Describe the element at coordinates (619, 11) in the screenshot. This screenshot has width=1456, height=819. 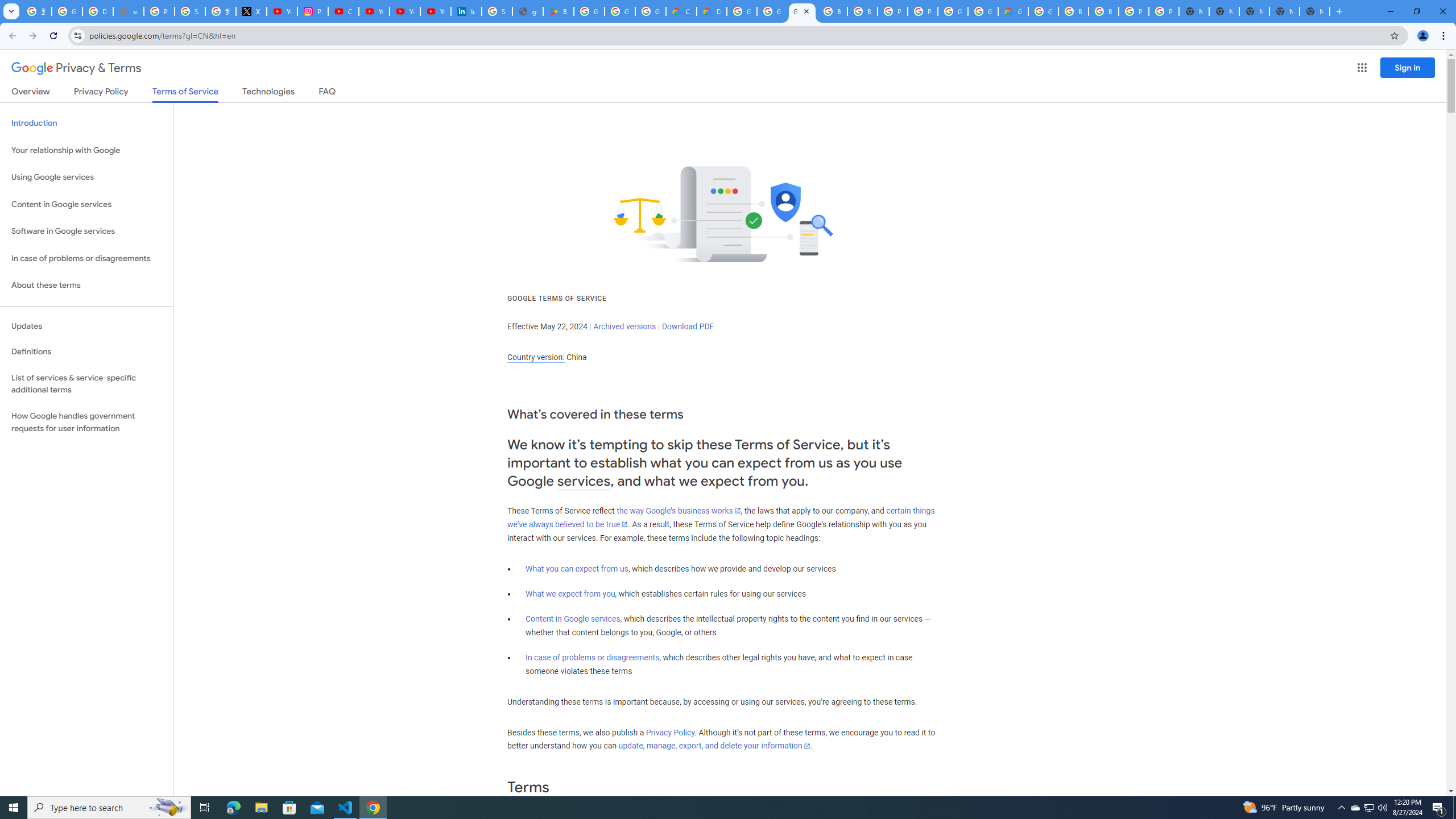
I see `'Google Workspace - Specific Terms'` at that location.